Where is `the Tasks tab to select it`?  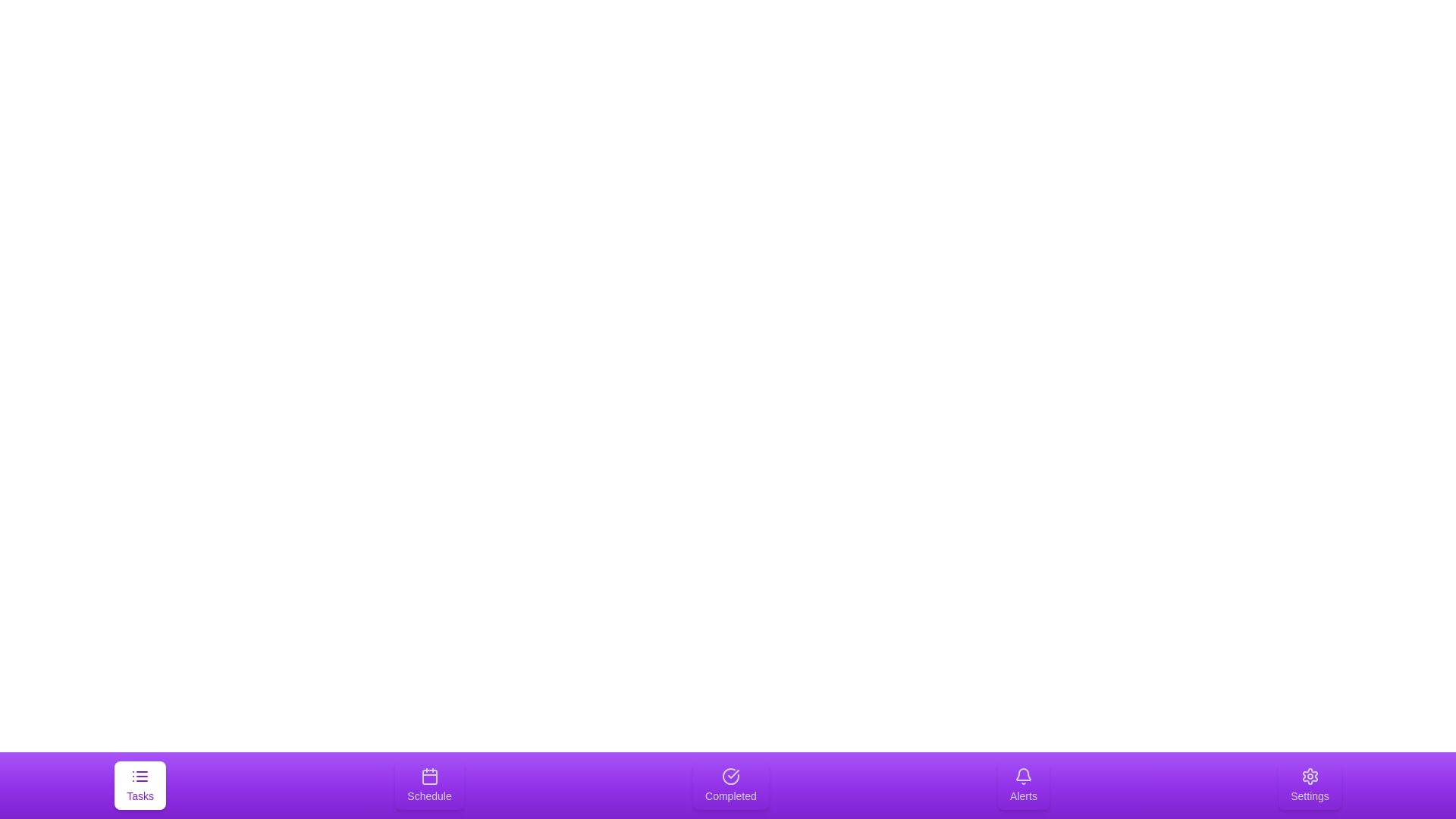
the Tasks tab to select it is located at coordinates (140, 785).